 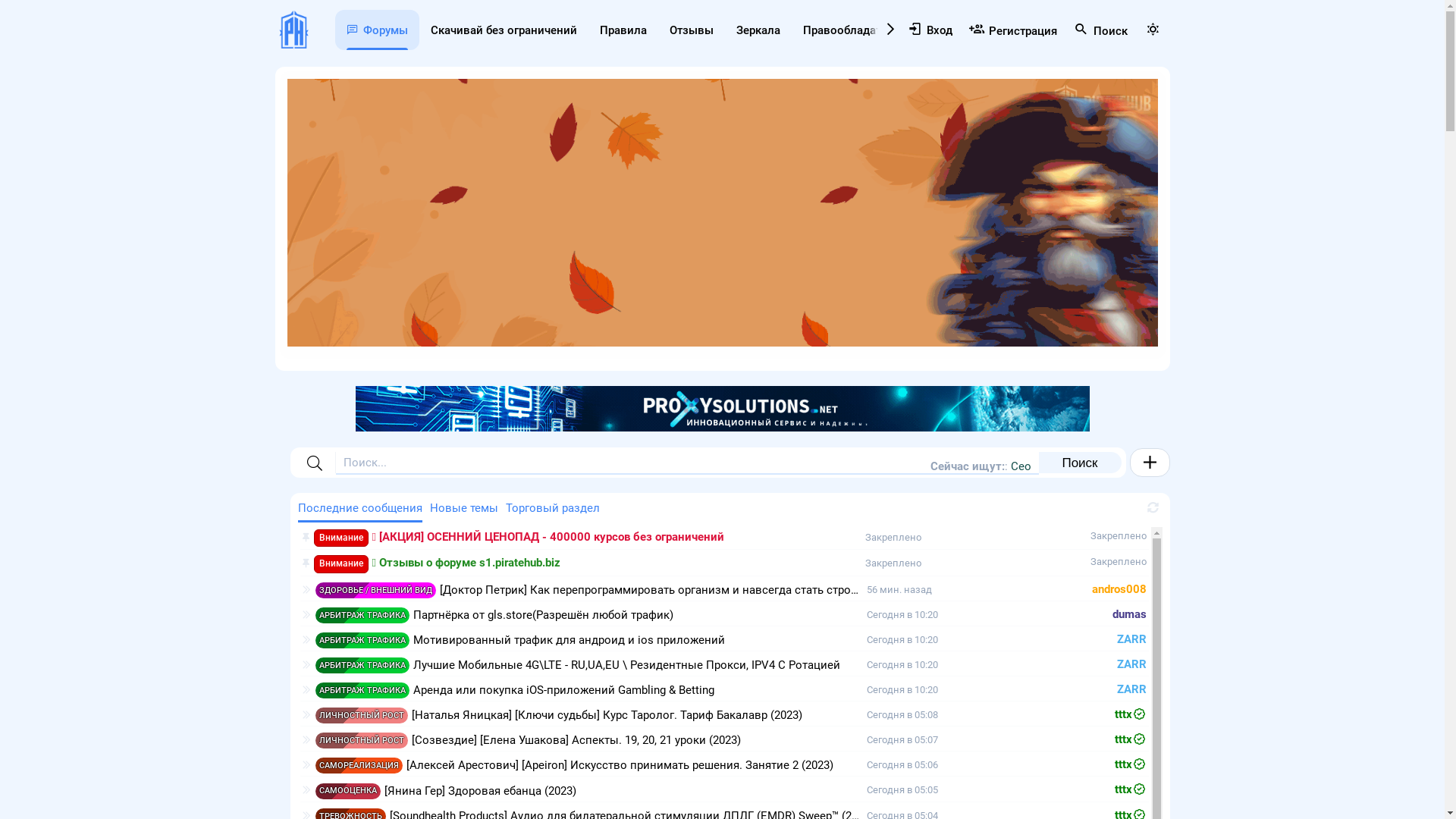 I want to click on 'andros008', so click(x=1092, y=588).